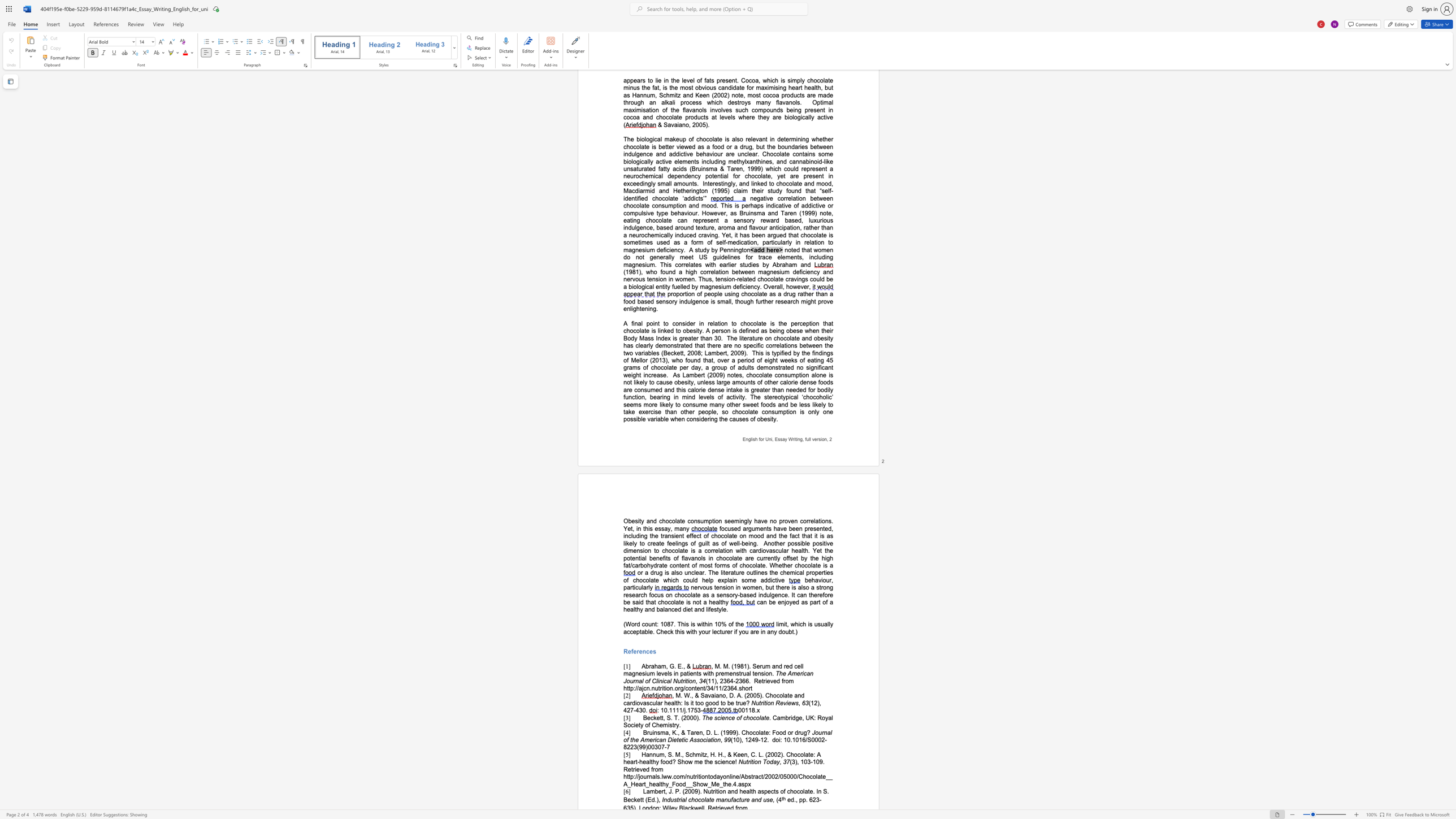 The width and height of the screenshot is (1456, 819). What do you see at coordinates (674, 623) in the screenshot?
I see `the subset text ". This is within 10% of t" within the text "(Word count: 1087. This is within 10% of the"` at bounding box center [674, 623].